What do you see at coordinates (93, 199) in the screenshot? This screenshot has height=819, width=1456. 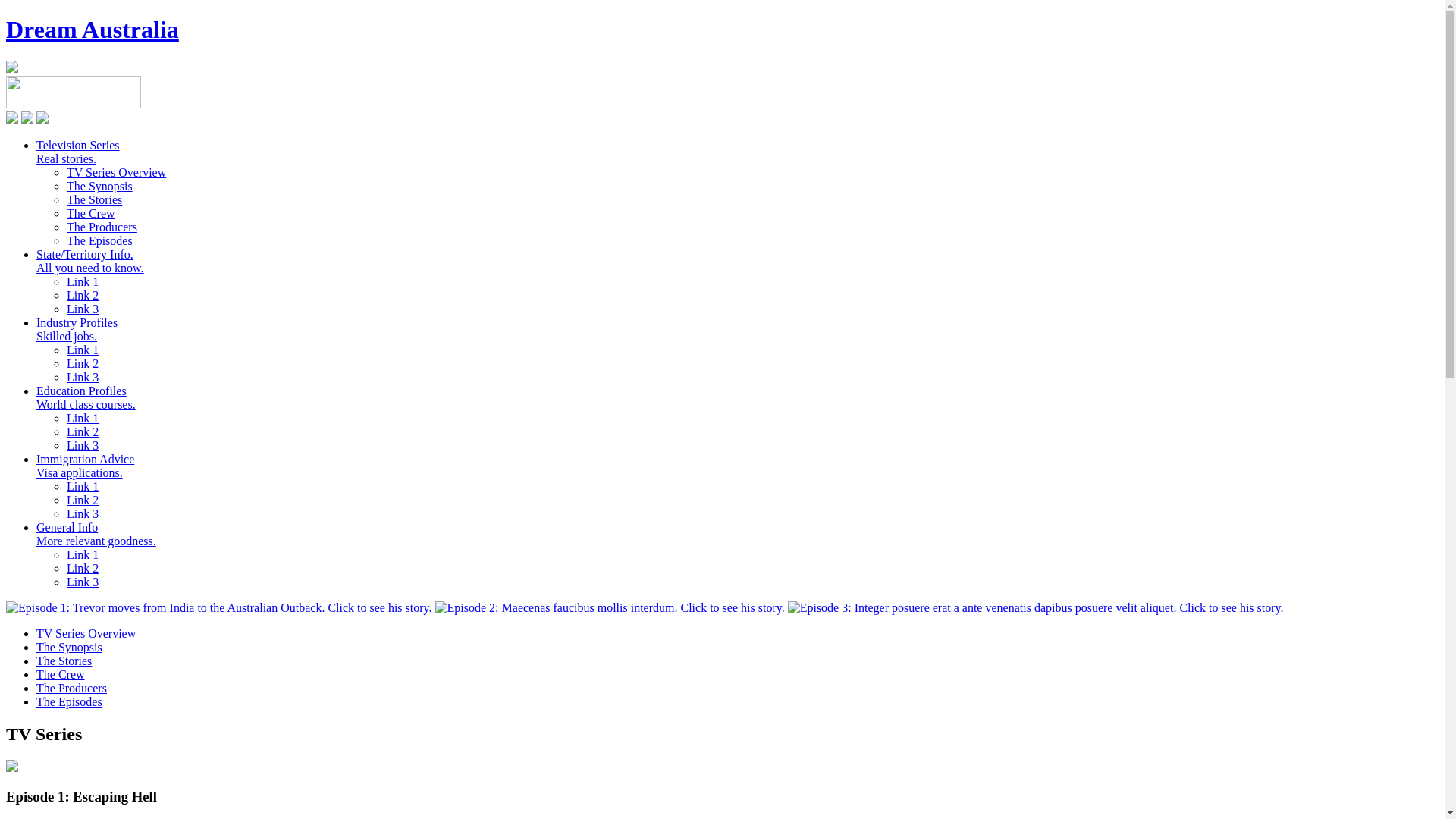 I see `'The Stories'` at bounding box center [93, 199].